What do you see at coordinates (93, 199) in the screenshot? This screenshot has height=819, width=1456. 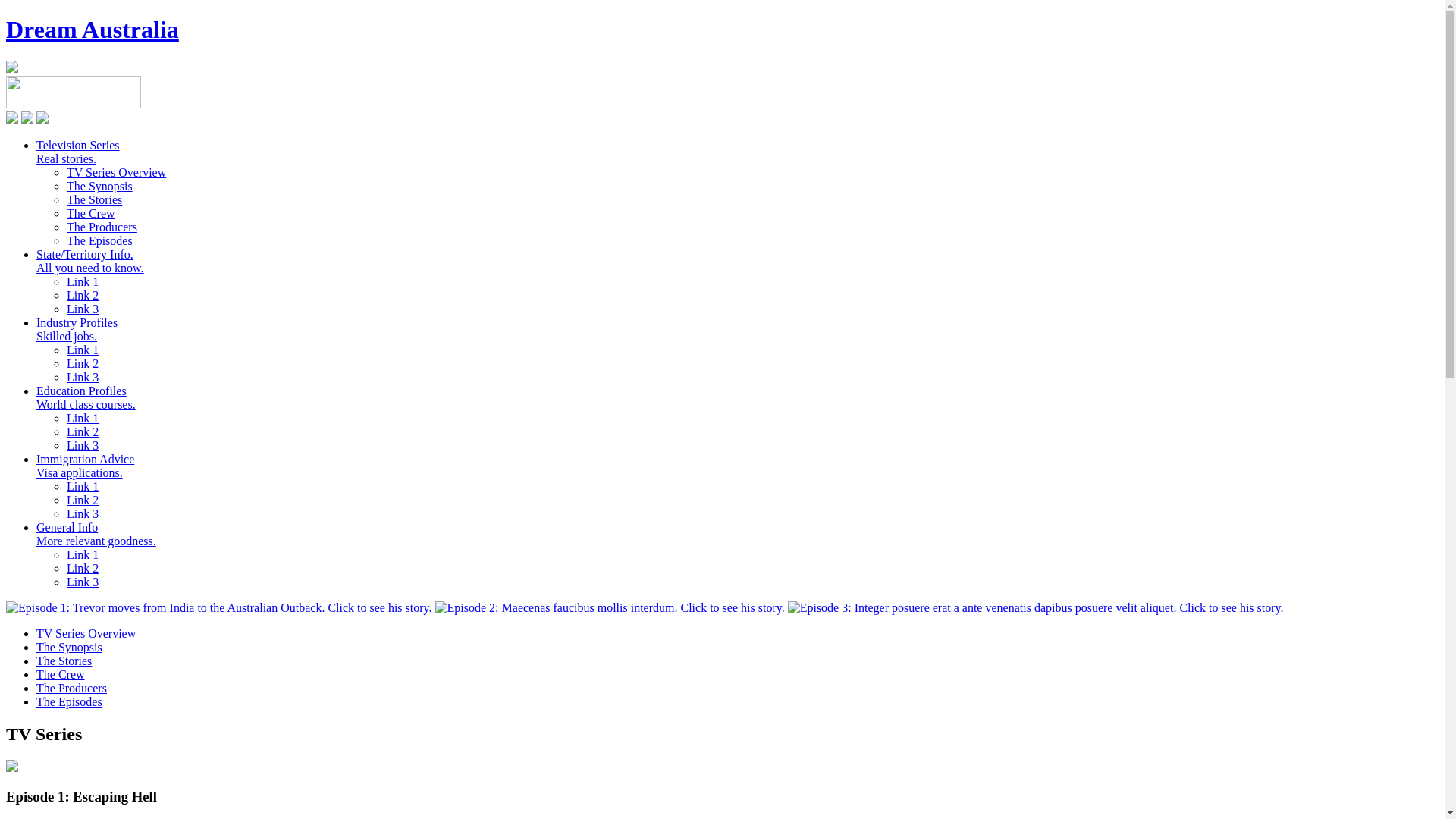 I see `'The Stories'` at bounding box center [93, 199].